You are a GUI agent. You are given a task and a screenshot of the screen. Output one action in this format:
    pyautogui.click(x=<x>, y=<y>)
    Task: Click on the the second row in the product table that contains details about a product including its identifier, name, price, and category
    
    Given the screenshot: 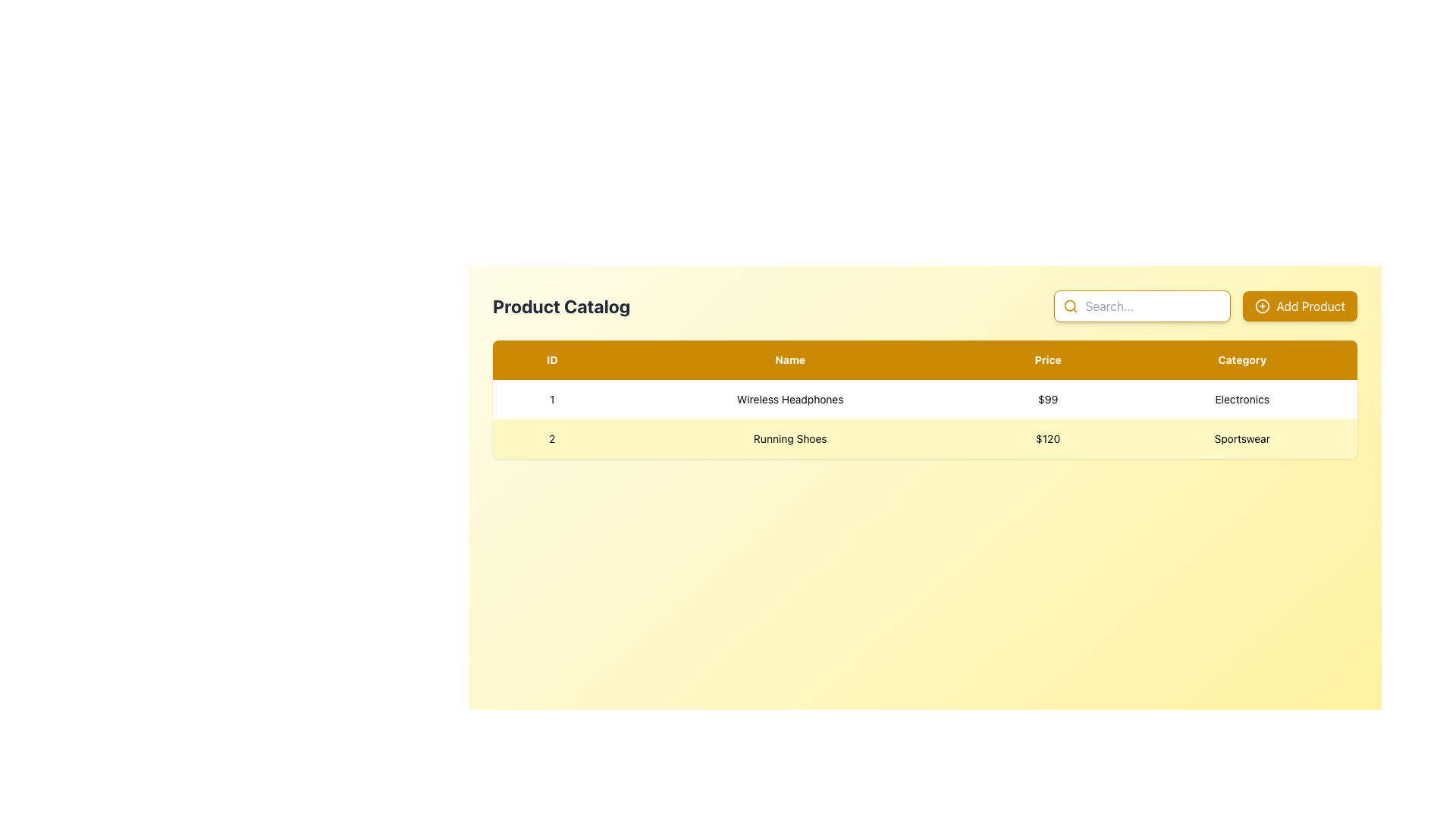 What is the action you would take?
    pyautogui.click(x=924, y=438)
    